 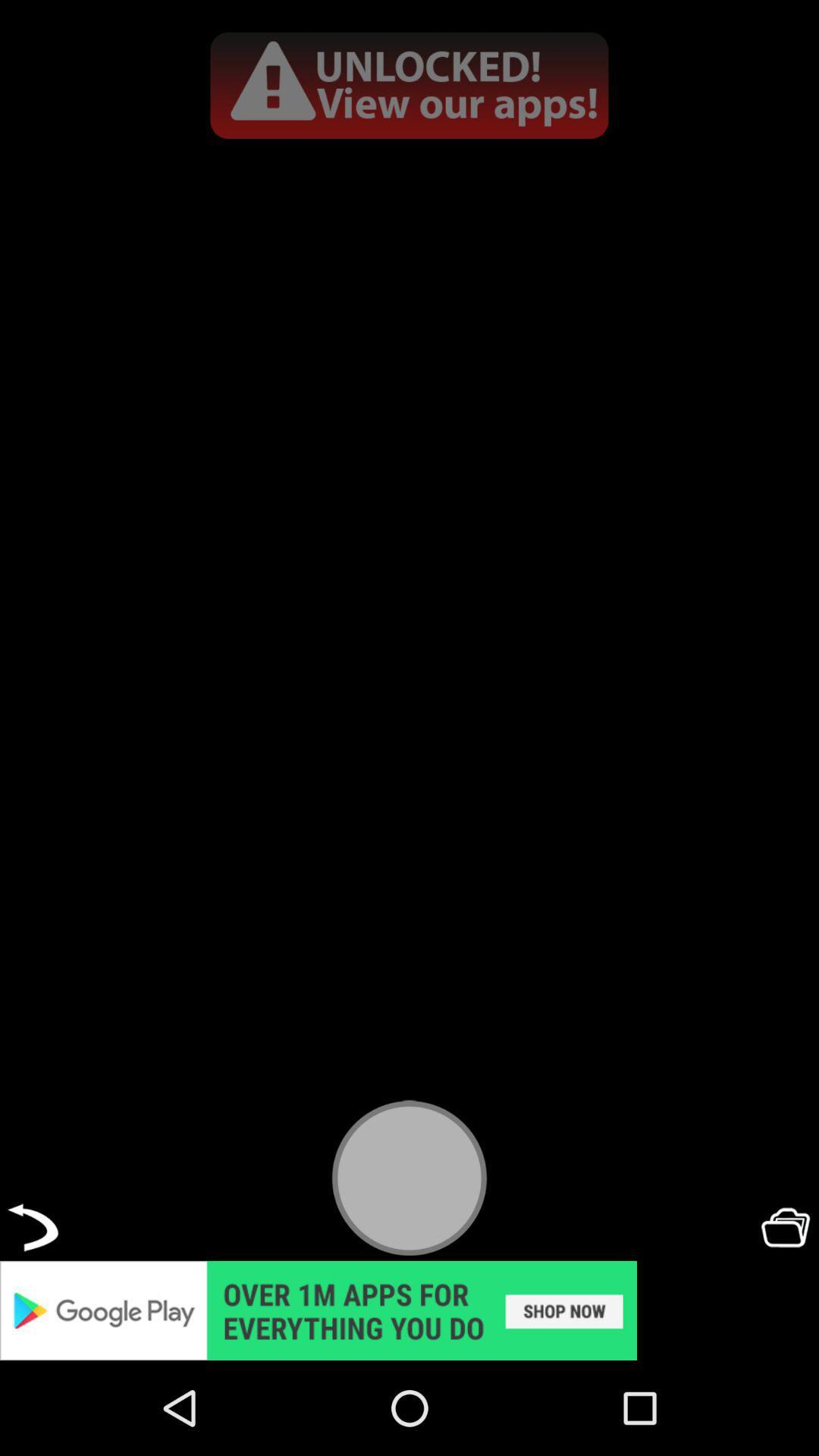 What do you see at coordinates (785, 1227) in the screenshot?
I see `open gallery` at bounding box center [785, 1227].